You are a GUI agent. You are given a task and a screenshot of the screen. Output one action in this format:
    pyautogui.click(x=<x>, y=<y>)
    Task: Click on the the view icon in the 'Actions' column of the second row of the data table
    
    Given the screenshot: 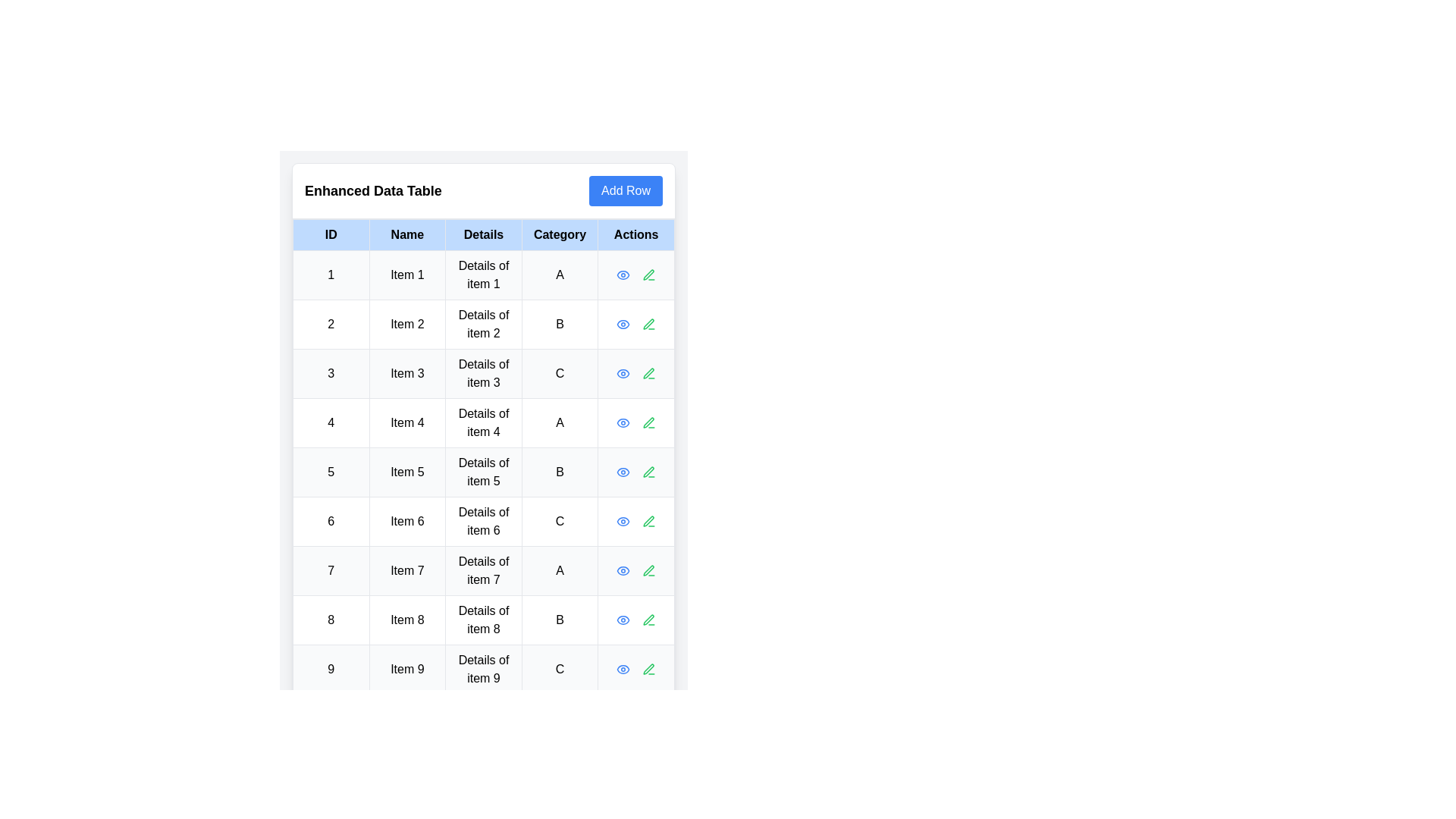 What is the action you would take?
    pyautogui.click(x=623, y=275)
    